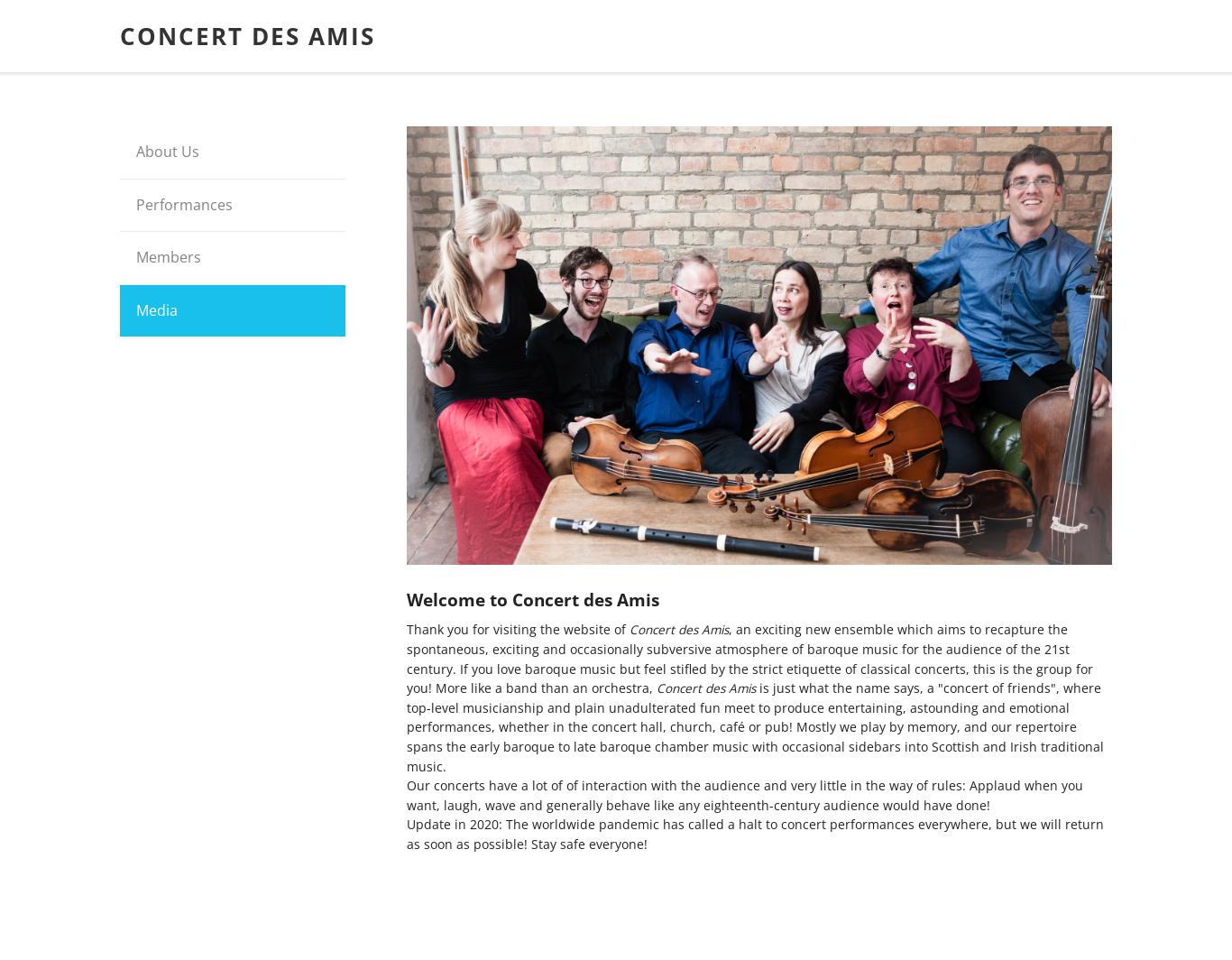 This screenshot has width=1232, height=960. Describe the element at coordinates (744, 795) in the screenshot. I see `'Our concerts have a lot of of interaction with the audience and very little in the way of rules: Applaud when you want, laugh, wave and generally behave like any eighteenth-century audience would have done!'` at that location.